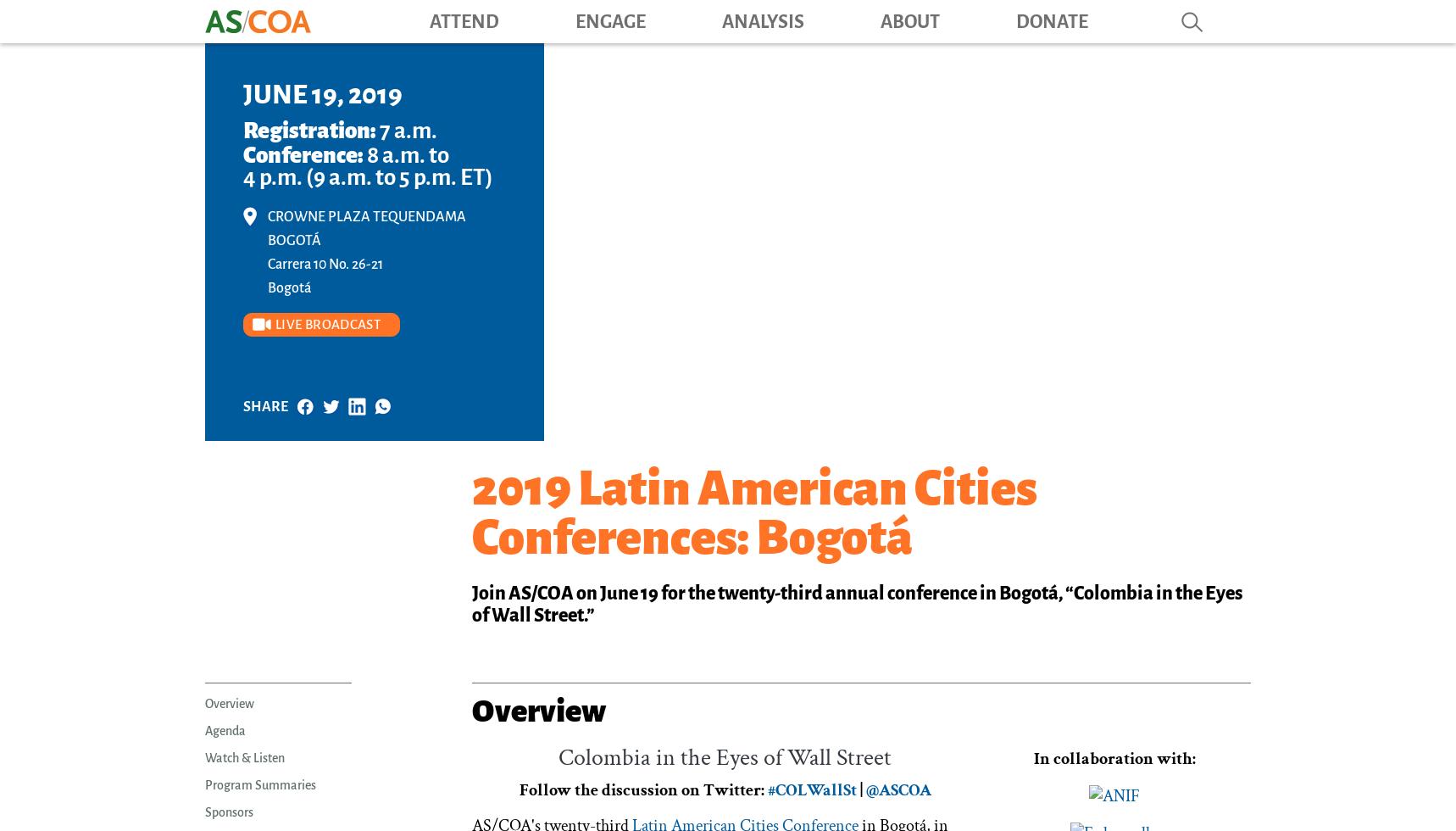 This screenshot has width=1456, height=831. Describe the element at coordinates (407, 131) in the screenshot. I see `'7 a.m.'` at that location.